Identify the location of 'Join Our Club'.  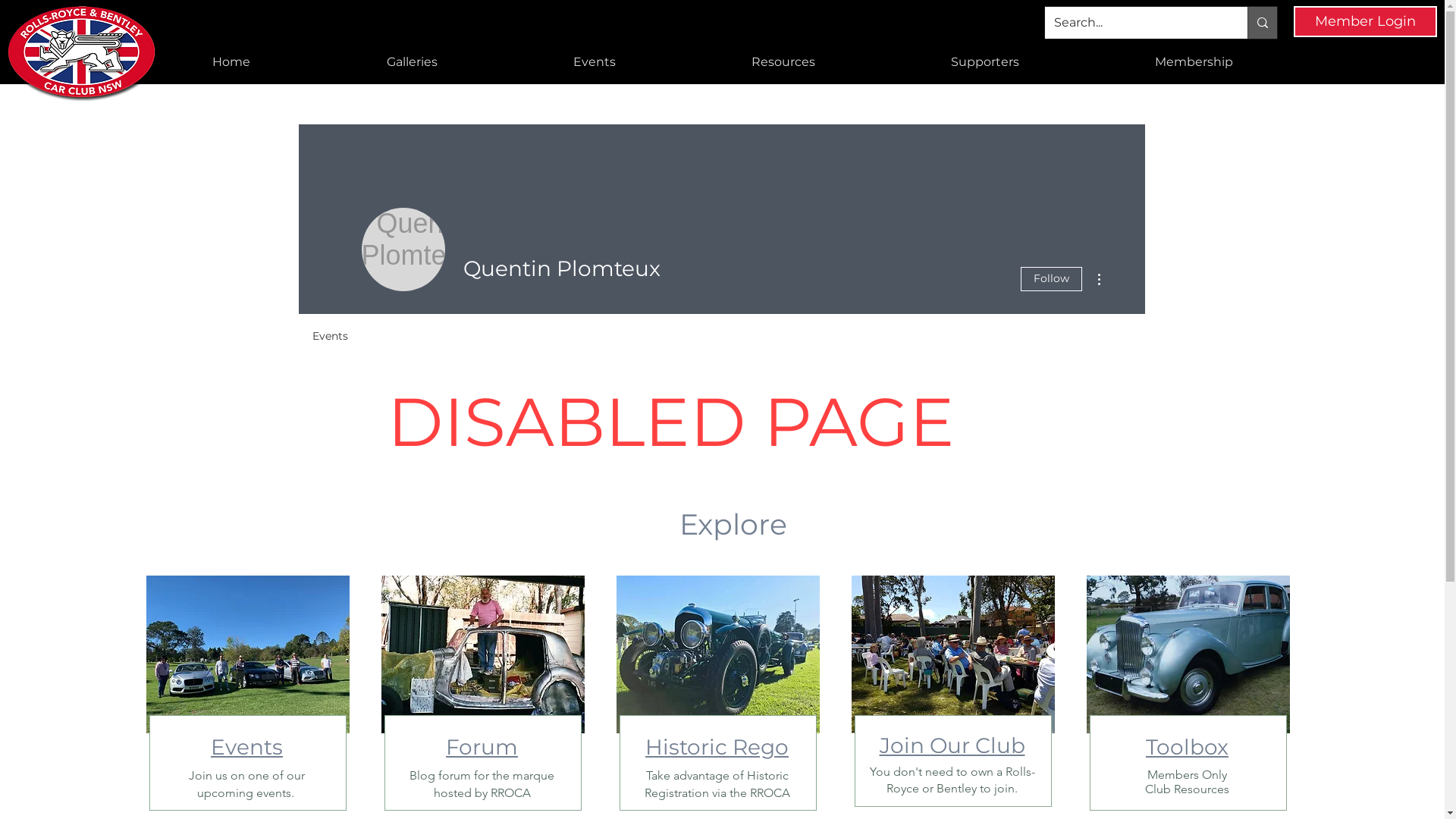
(880, 745).